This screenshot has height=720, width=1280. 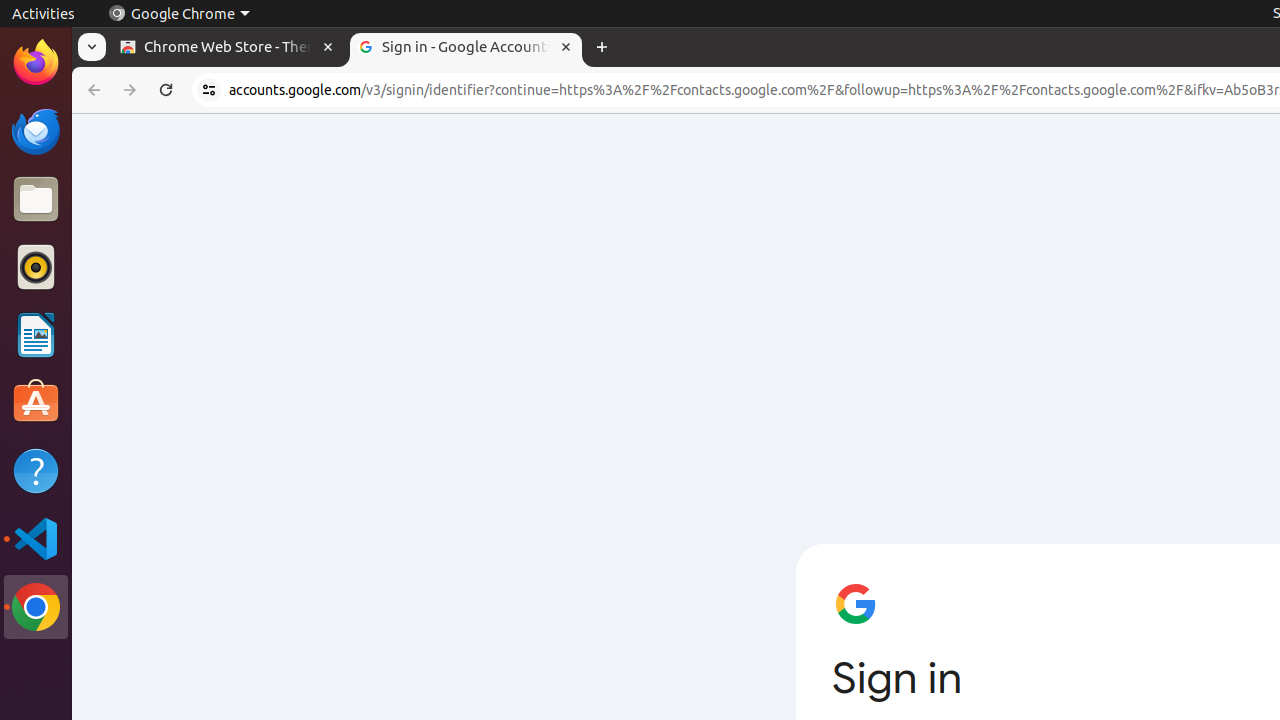 I want to click on 'Firefox Web Browser', so click(x=35, y=61).